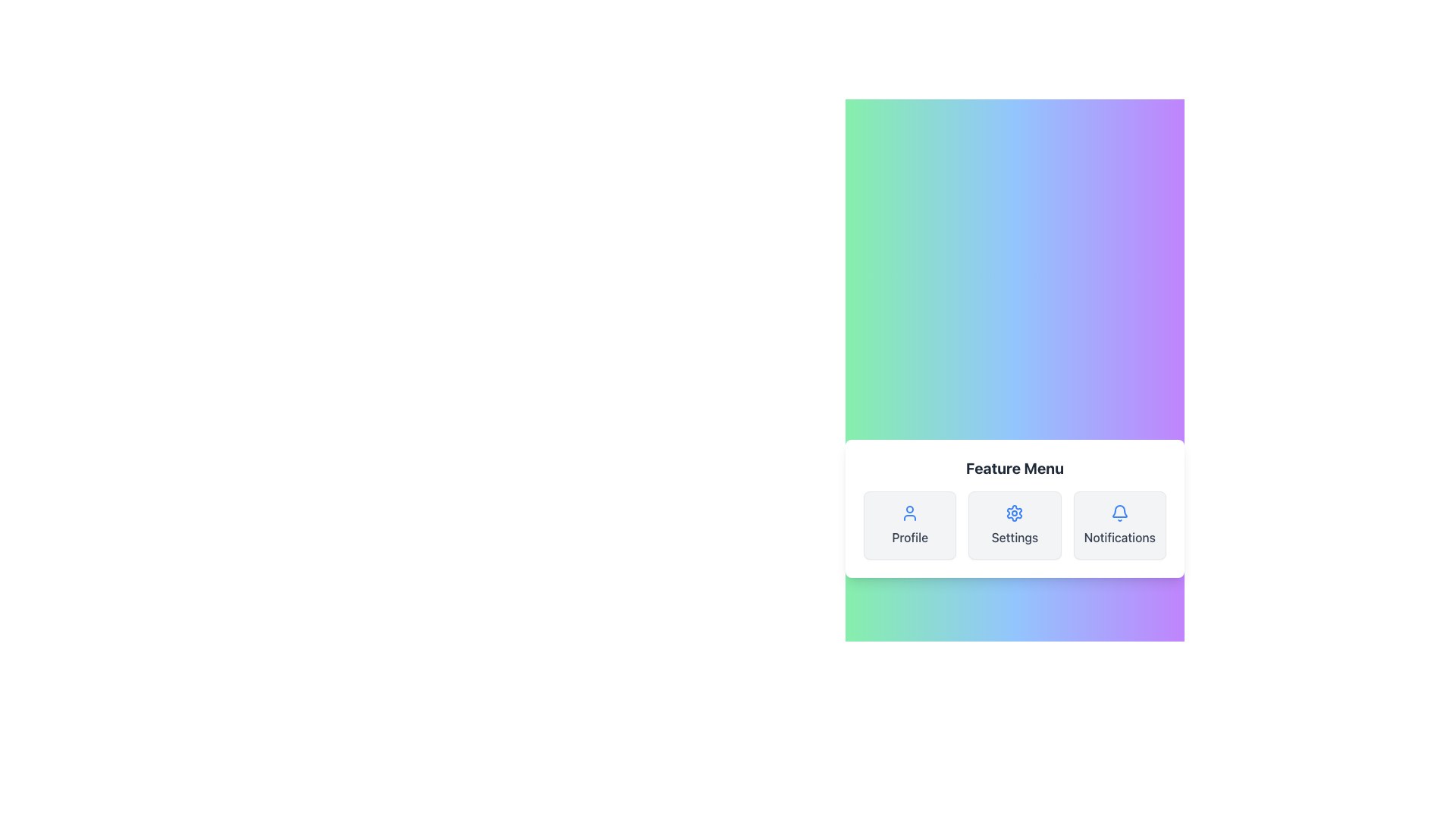 Image resolution: width=1456 pixels, height=819 pixels. I want to click on the 'Notifications' button located in the bottom-right corner of the grid layout, so click(1119, 525).